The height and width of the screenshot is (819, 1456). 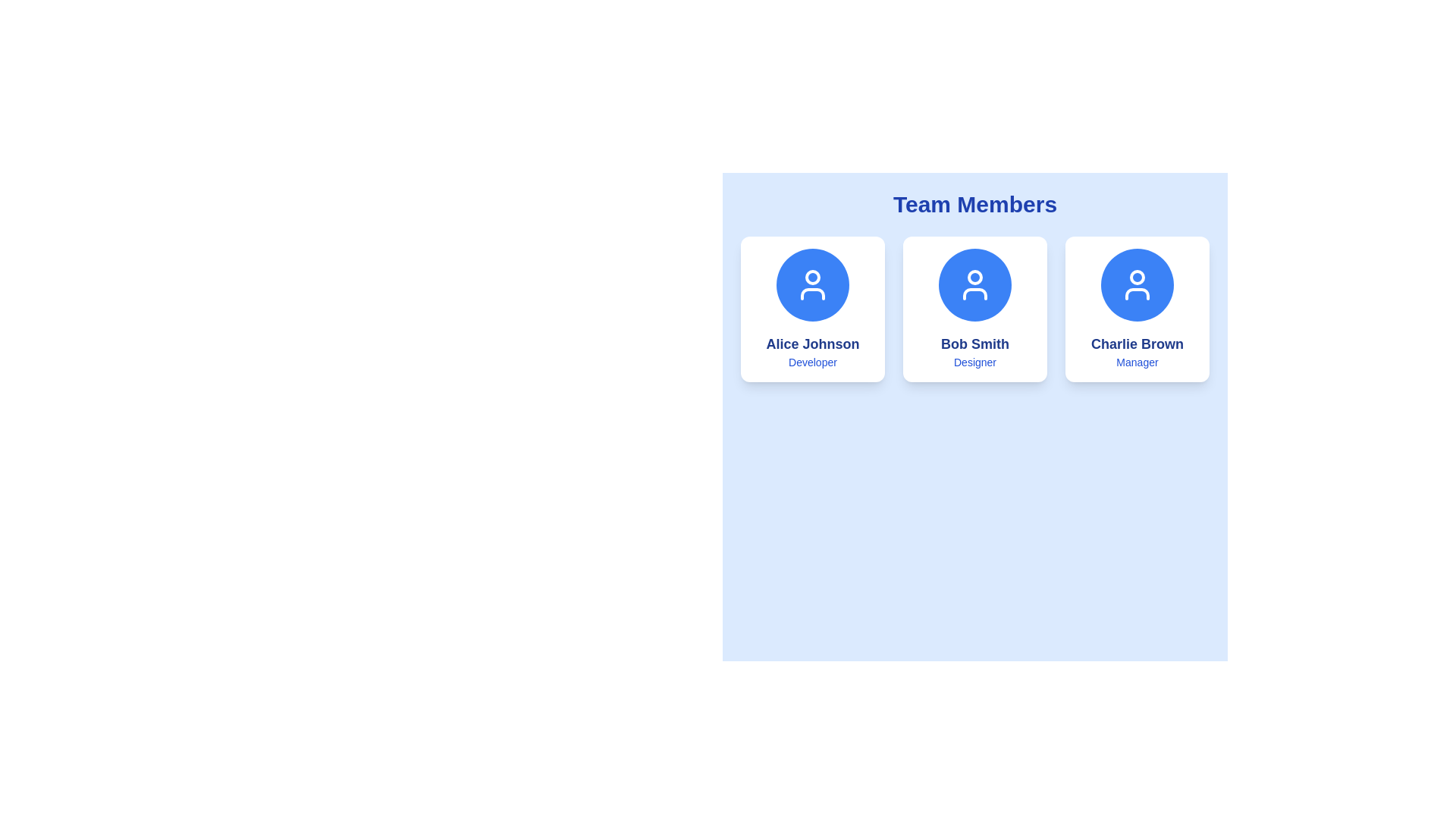 What do you see at coordinates (1137, 344) in the screenshot?
I see `the bold blue text label displaying 'Charlie Brown', which is located in the third card under the 'Team Members' heading, positioned below a user icon and above the 'Manager' text` at bounding box center [1137, 344].